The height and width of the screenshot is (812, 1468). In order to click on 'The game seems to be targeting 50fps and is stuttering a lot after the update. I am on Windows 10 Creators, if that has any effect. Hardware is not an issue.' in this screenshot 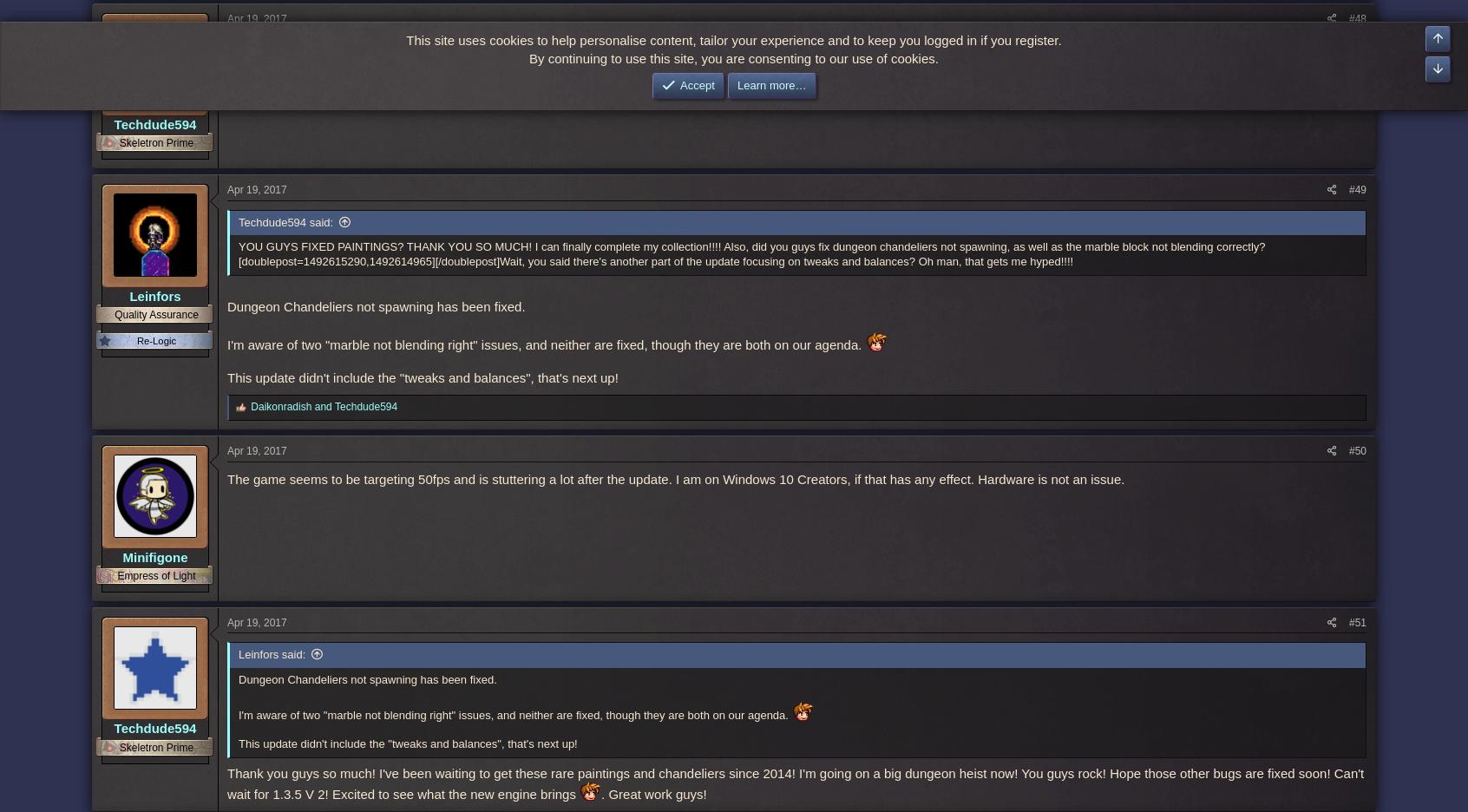, I will do `click(675, 477)`.